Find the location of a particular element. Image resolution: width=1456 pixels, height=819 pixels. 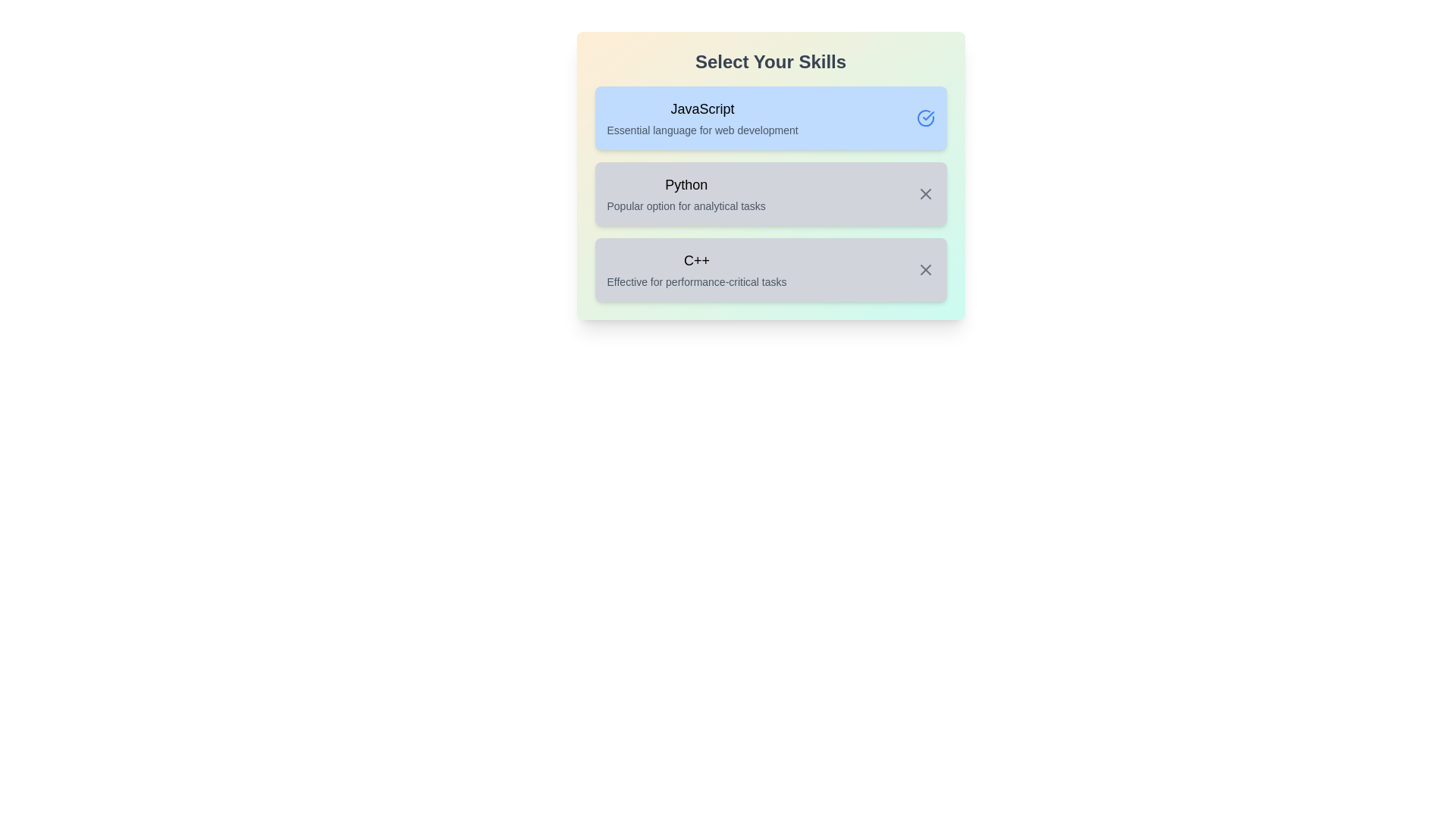

the skill item C++ to observe the hover effect is located at coordinates (770, 268).